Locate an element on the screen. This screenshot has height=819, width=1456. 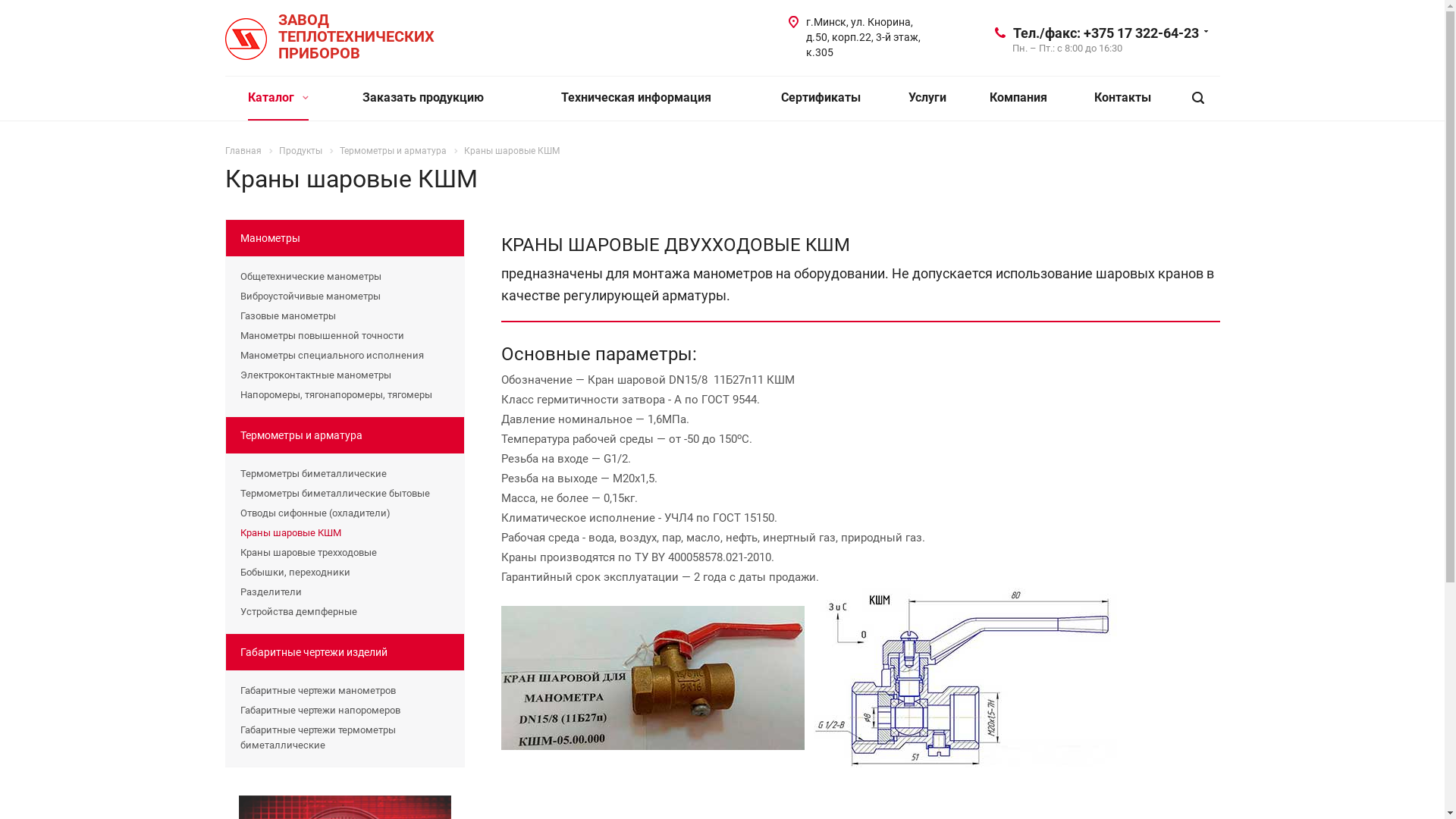
'kshm-2-1.jpg' is located at coordinates (964, 676).